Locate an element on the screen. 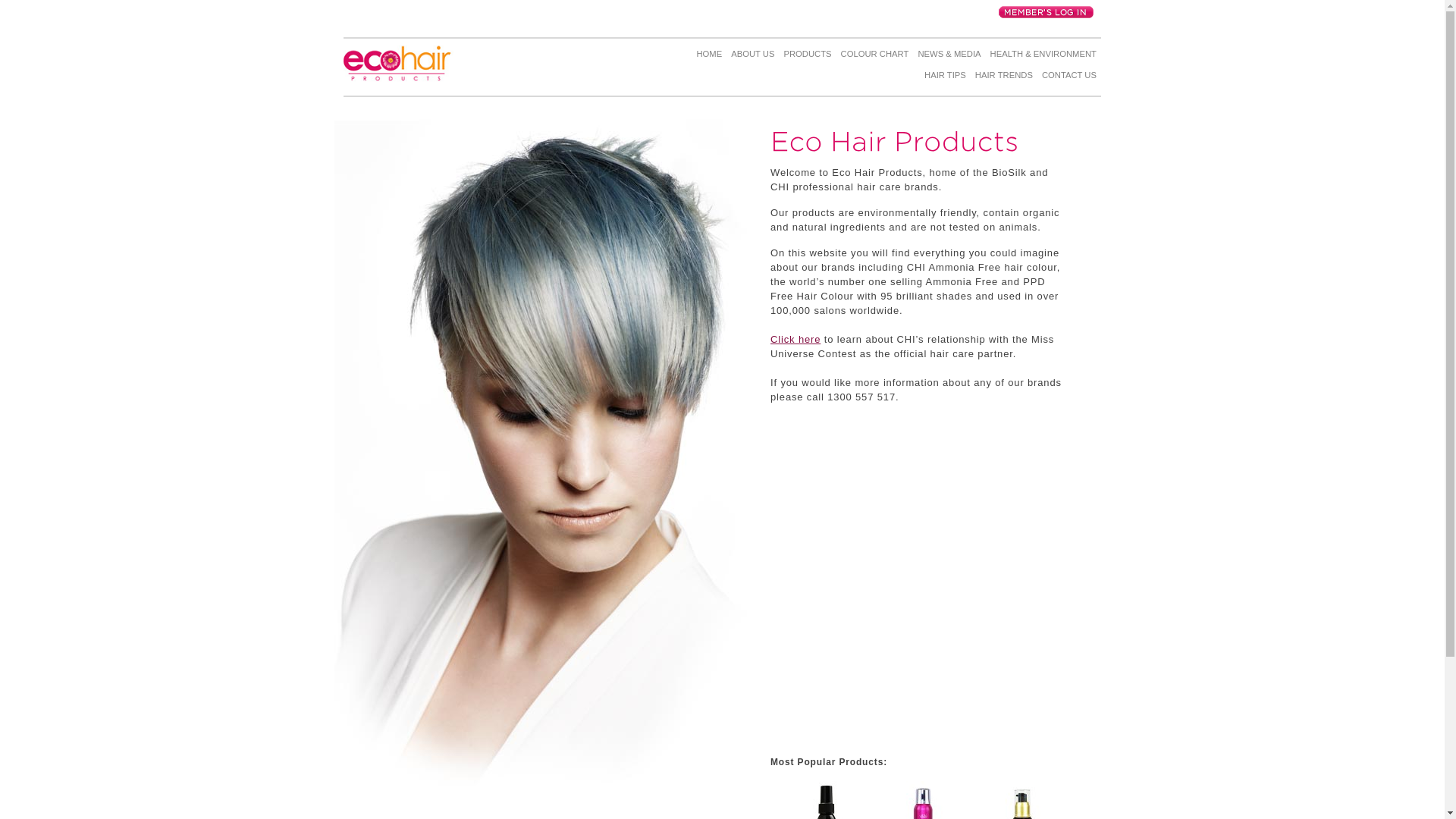  'PRODUCTS' is located at coordinates (779, 55).